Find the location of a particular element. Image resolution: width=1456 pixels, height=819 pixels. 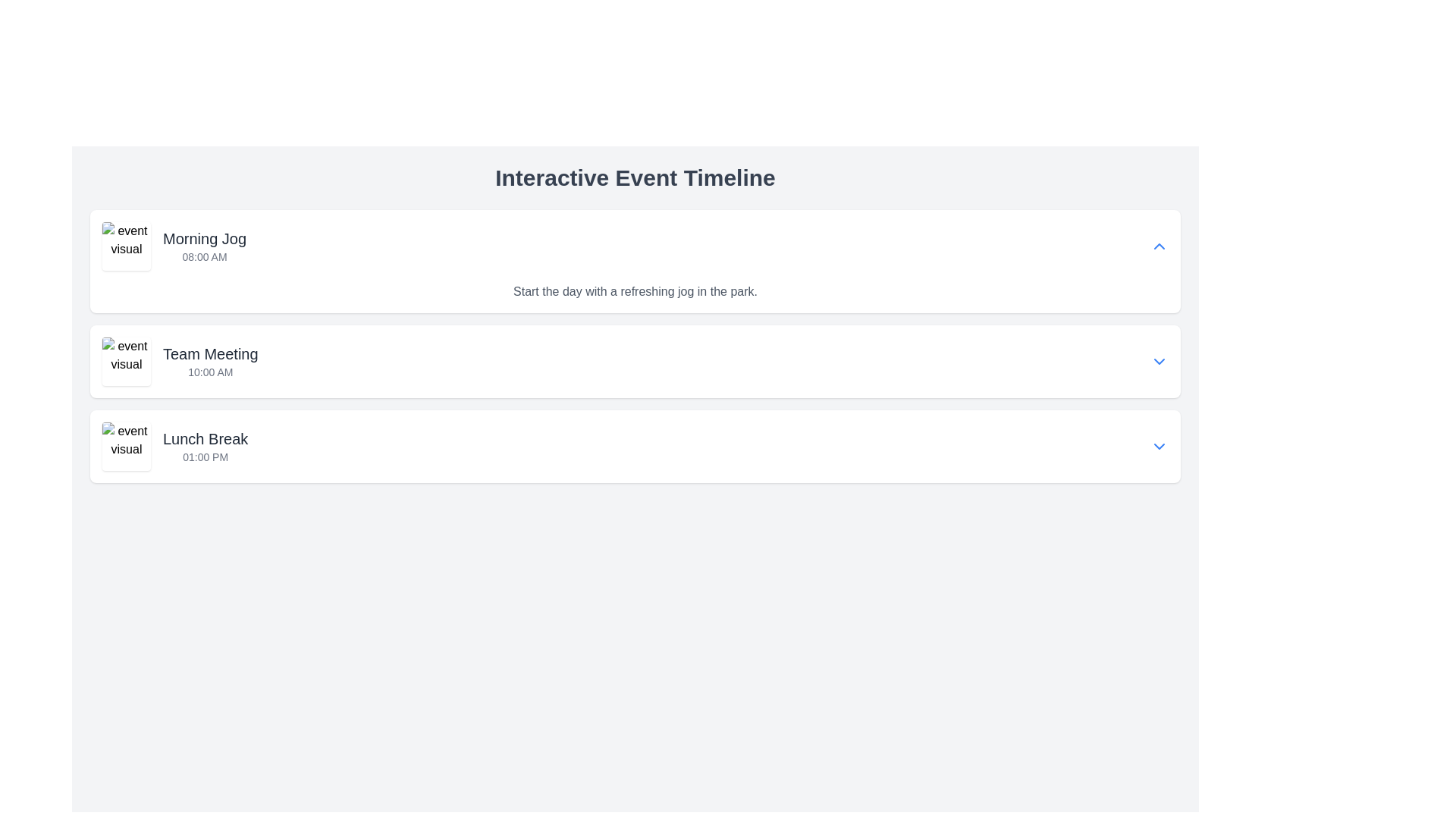

the title text label of the first event entry in the timeline list, which provides a short description of the scheduled activity and is positioned above the time indicator '08:00 AM.' is located at coordinates (203, 239).